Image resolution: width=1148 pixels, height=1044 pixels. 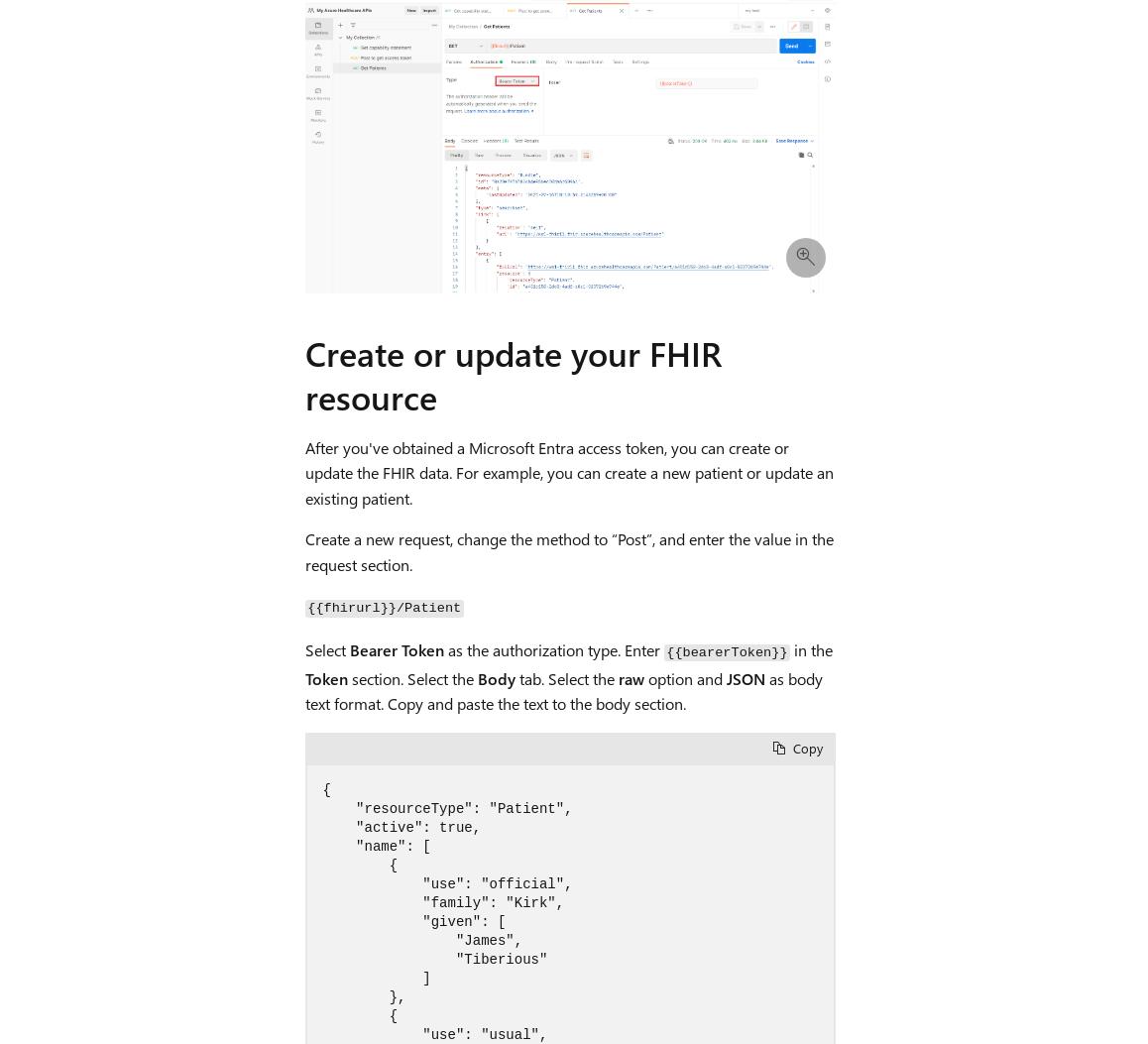 I want to click on 'After you've obtained a Microsoft Entra access token, you can create or update the FHIR data. For example, you can create a new patient or update an existing patient.', so click(x=568, y=470).